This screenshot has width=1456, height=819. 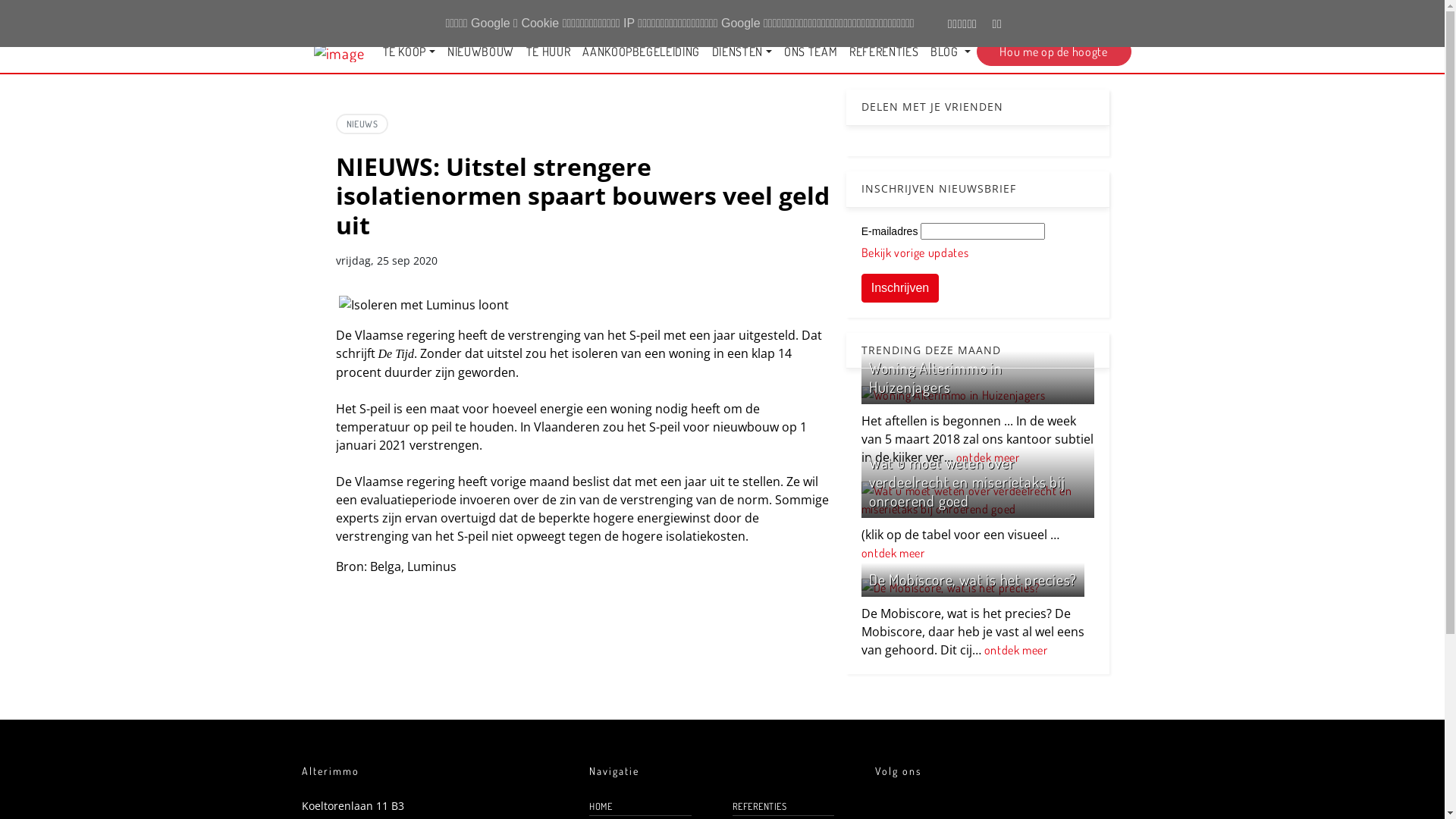 What do you see at coordinates (1038, 14) in the screenshot?
I see `'  Eigenaarslogin'` at bounding box center [1038, 14].